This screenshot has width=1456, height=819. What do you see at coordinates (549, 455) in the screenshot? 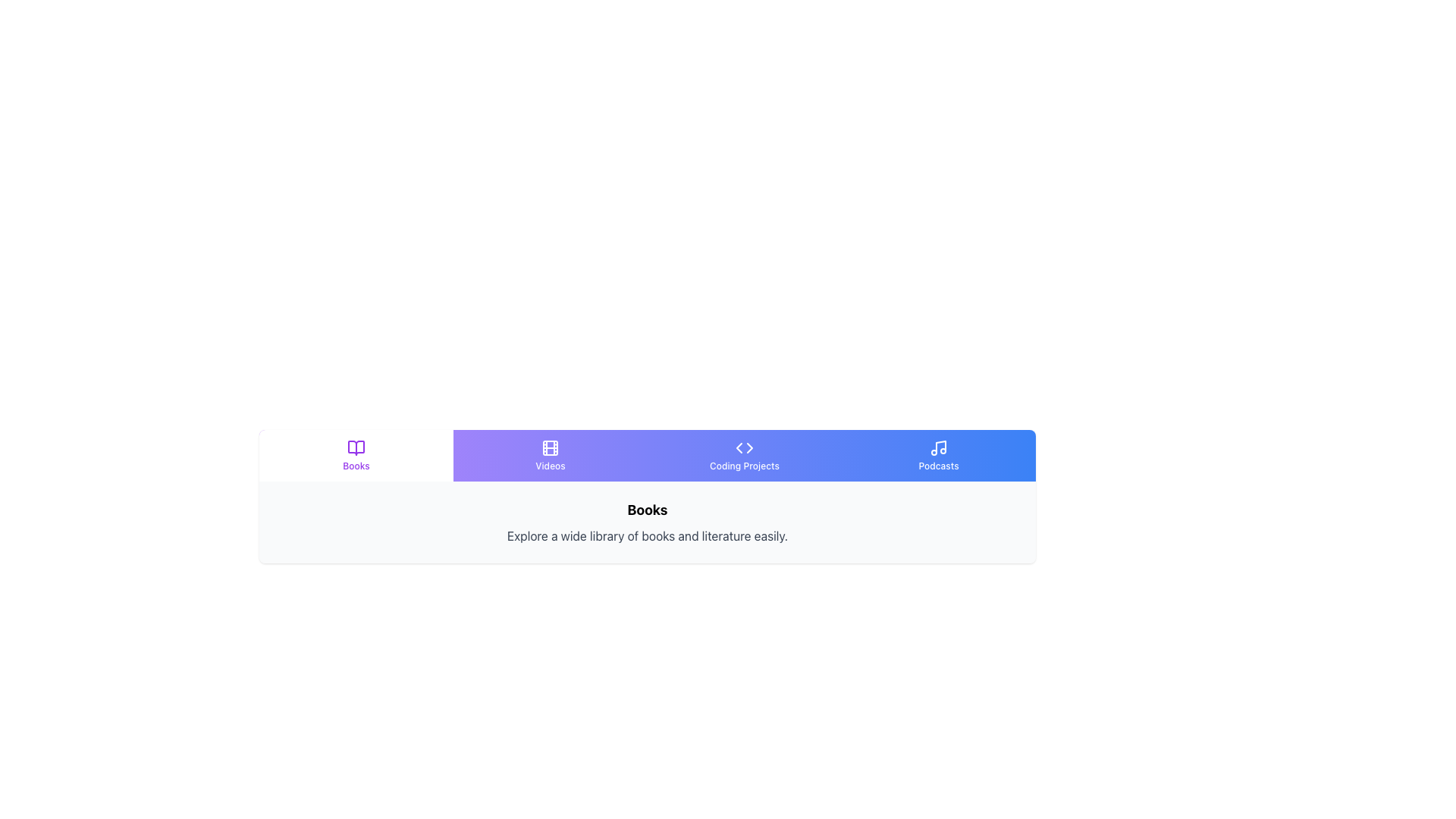
I see `the second tab in the horizontal navigation menu, which is located between the 'Books' tab and the 'Coding Projects' tab` at bounding box center [549, 455].